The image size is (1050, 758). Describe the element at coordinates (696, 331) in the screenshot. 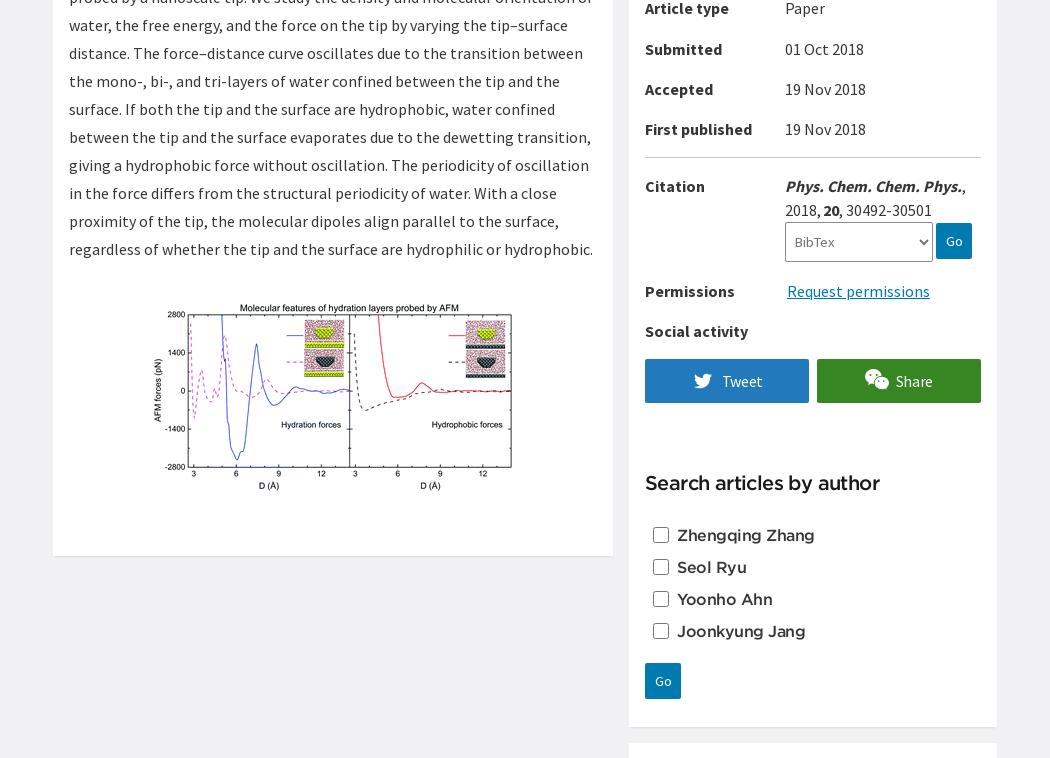

I see `'Social activity'` at that location.